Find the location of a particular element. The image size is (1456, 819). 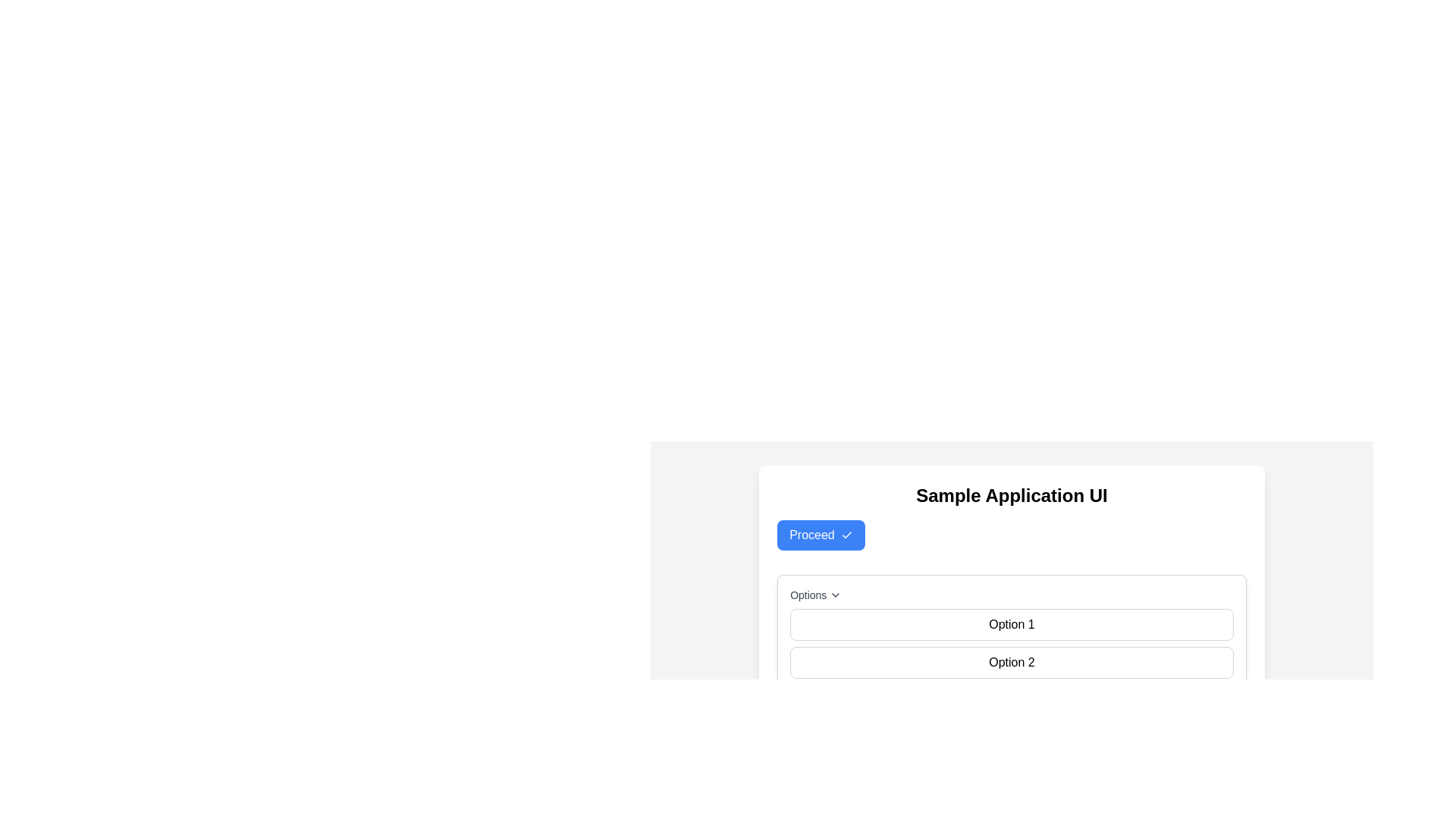

the text label displaying 'Sample Application UI', which is prominently styled in bold font and centered at the top of the panel, above the 'Proceed' button is located at coordinates (1012, 496).